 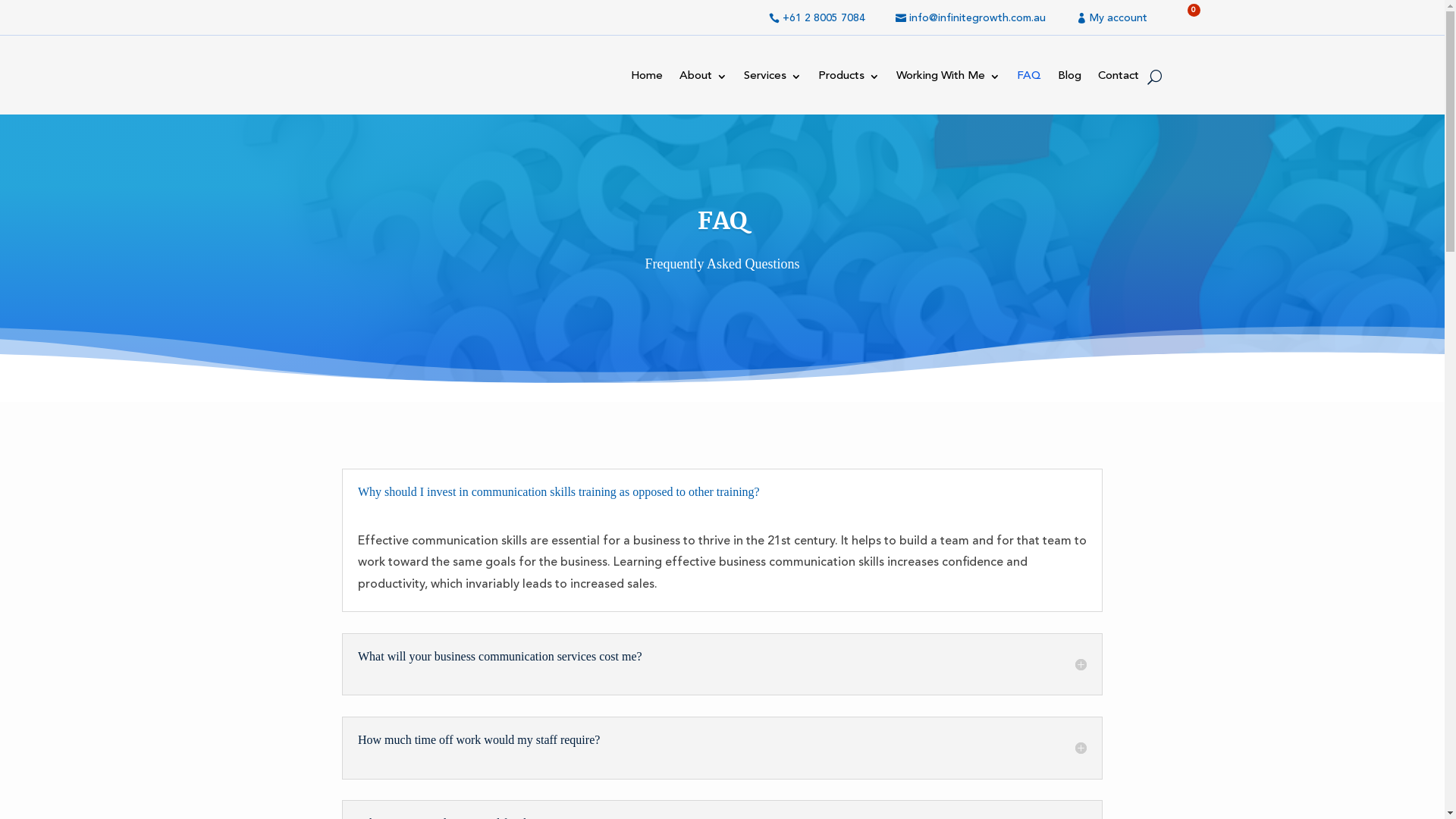 What do you see at coordinates (1179, 24) in the screenshot?
I see `'0'` at bounding box center [1179, 24].